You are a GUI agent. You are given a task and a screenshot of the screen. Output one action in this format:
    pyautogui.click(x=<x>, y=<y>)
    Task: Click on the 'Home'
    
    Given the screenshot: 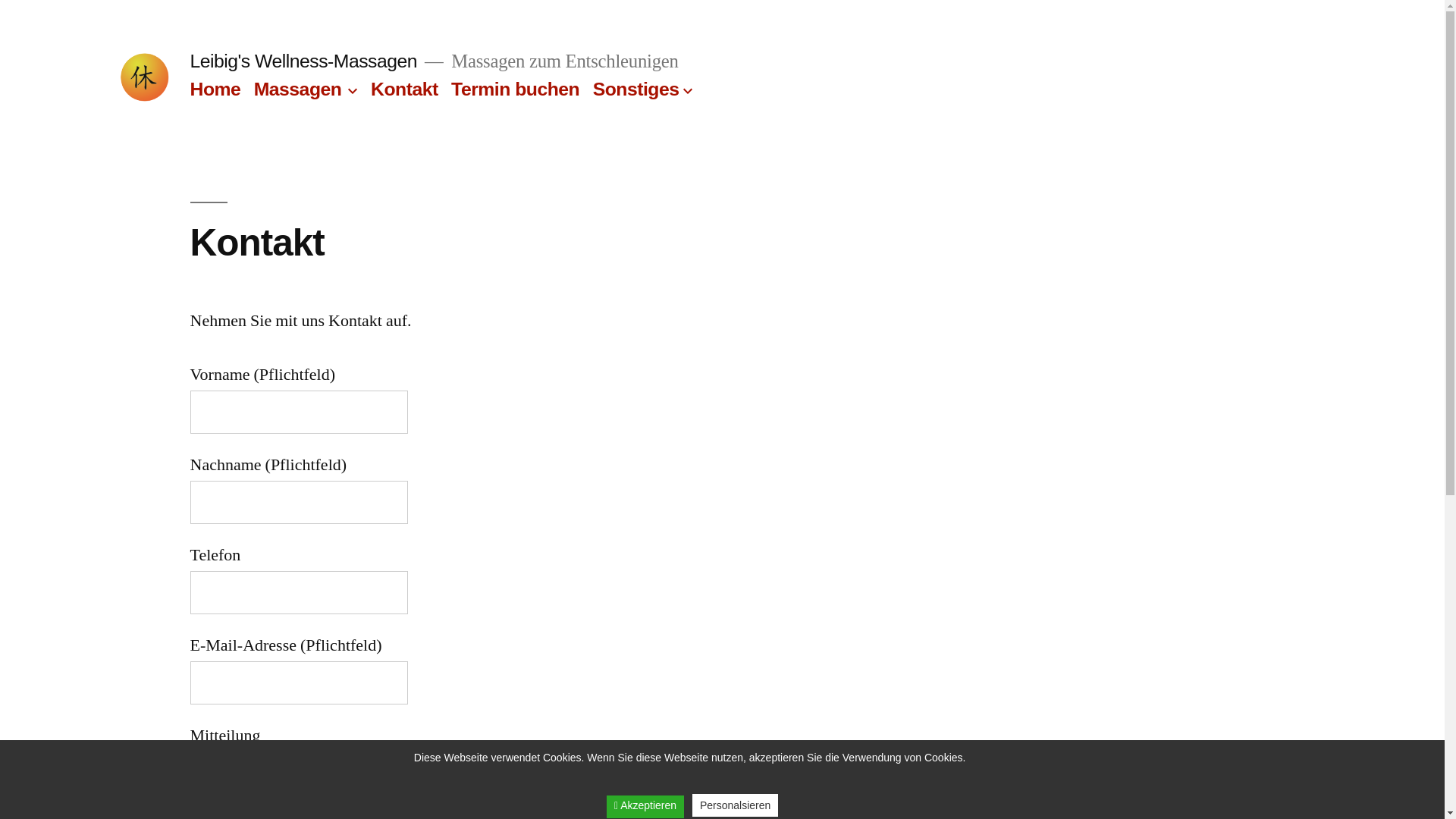 What is the action you would take?
    pyautogui.click(x=214, y=89)
    